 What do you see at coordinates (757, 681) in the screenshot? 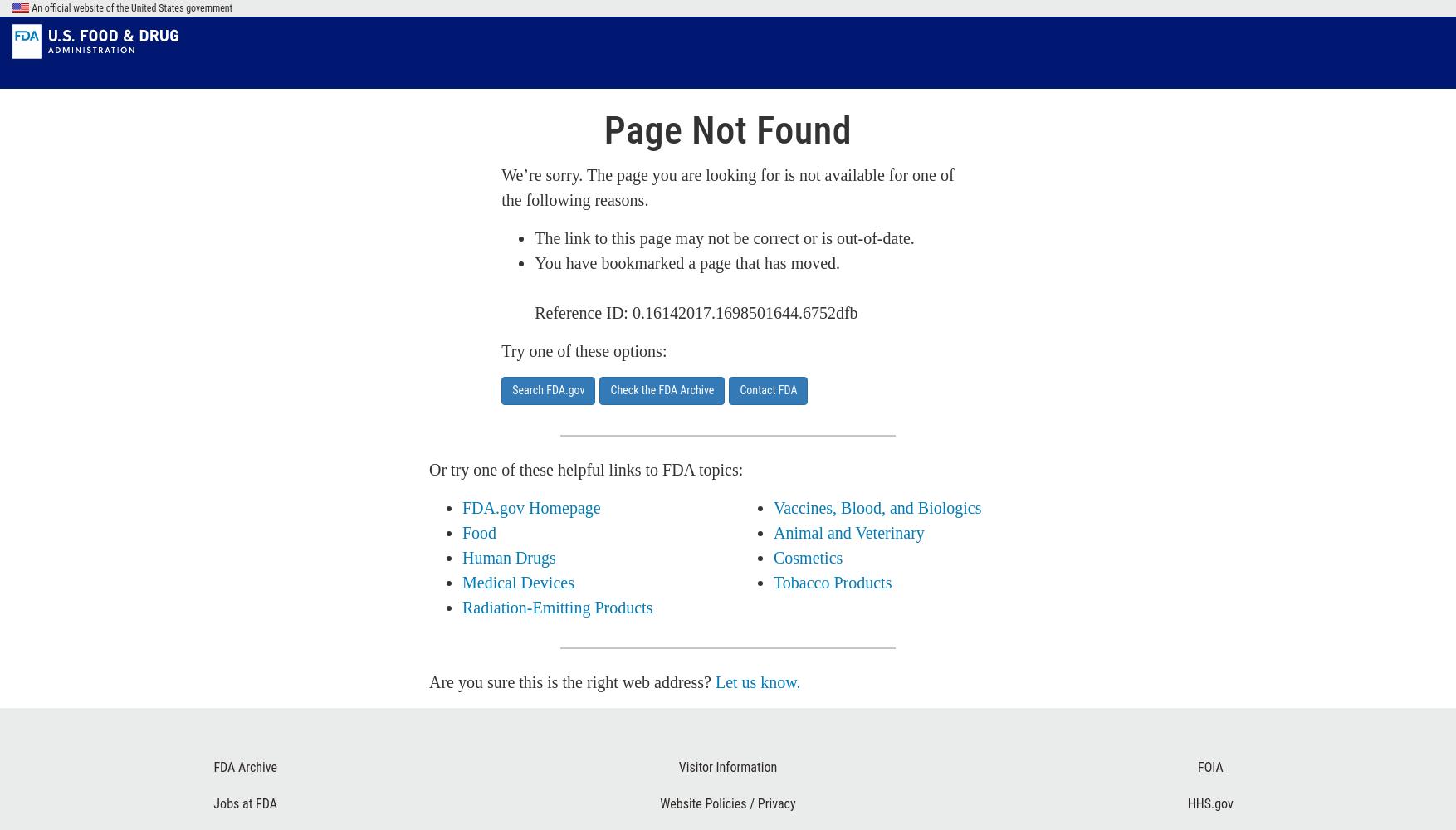
I see `'Let us know.'` at bounding box center [757, 681].